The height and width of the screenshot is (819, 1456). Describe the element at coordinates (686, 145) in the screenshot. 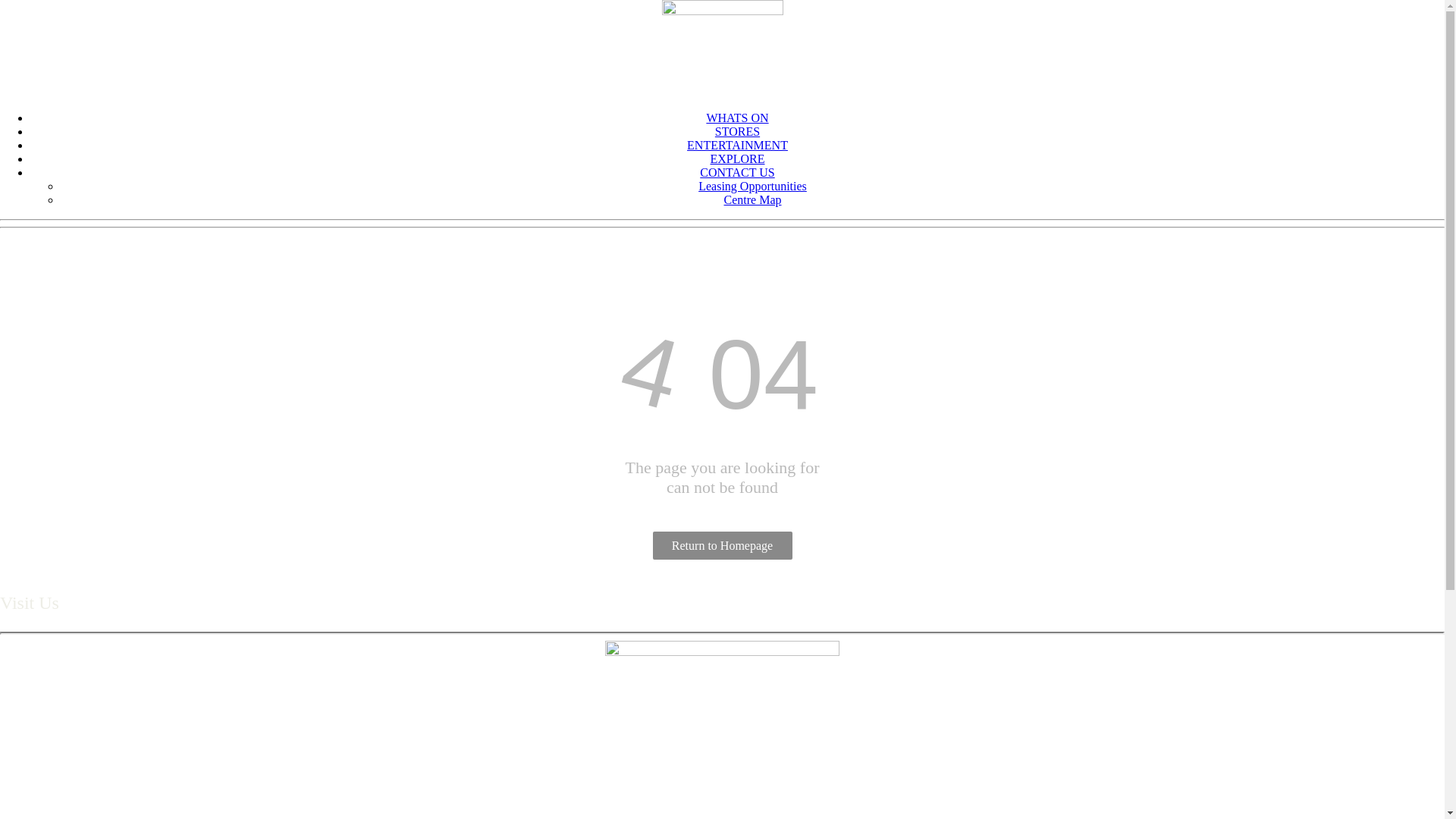

I see `'ENTERTAINMENT'` at that location.